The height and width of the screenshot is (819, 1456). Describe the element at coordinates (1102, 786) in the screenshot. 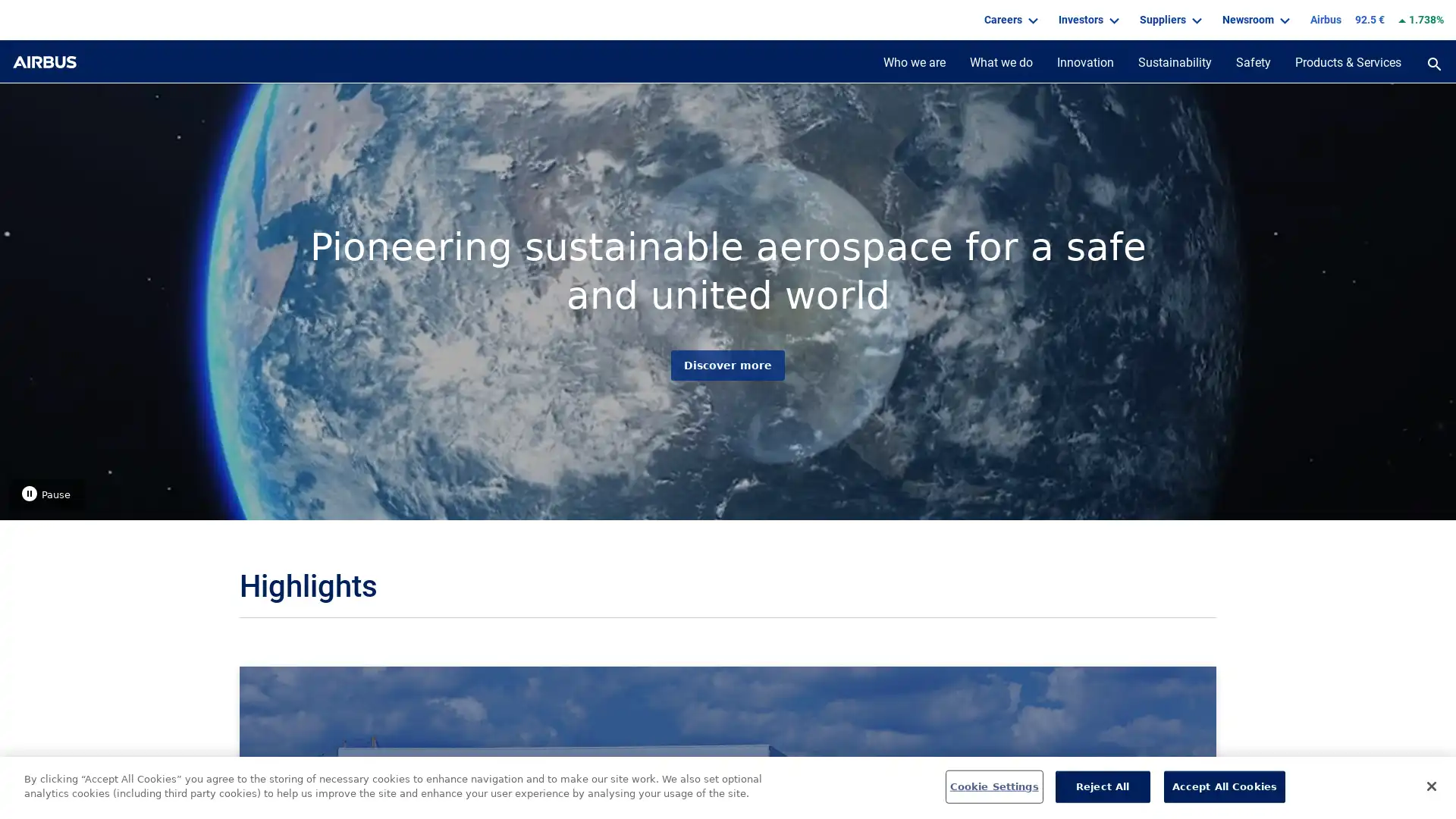

I see `Reject All` at that location.